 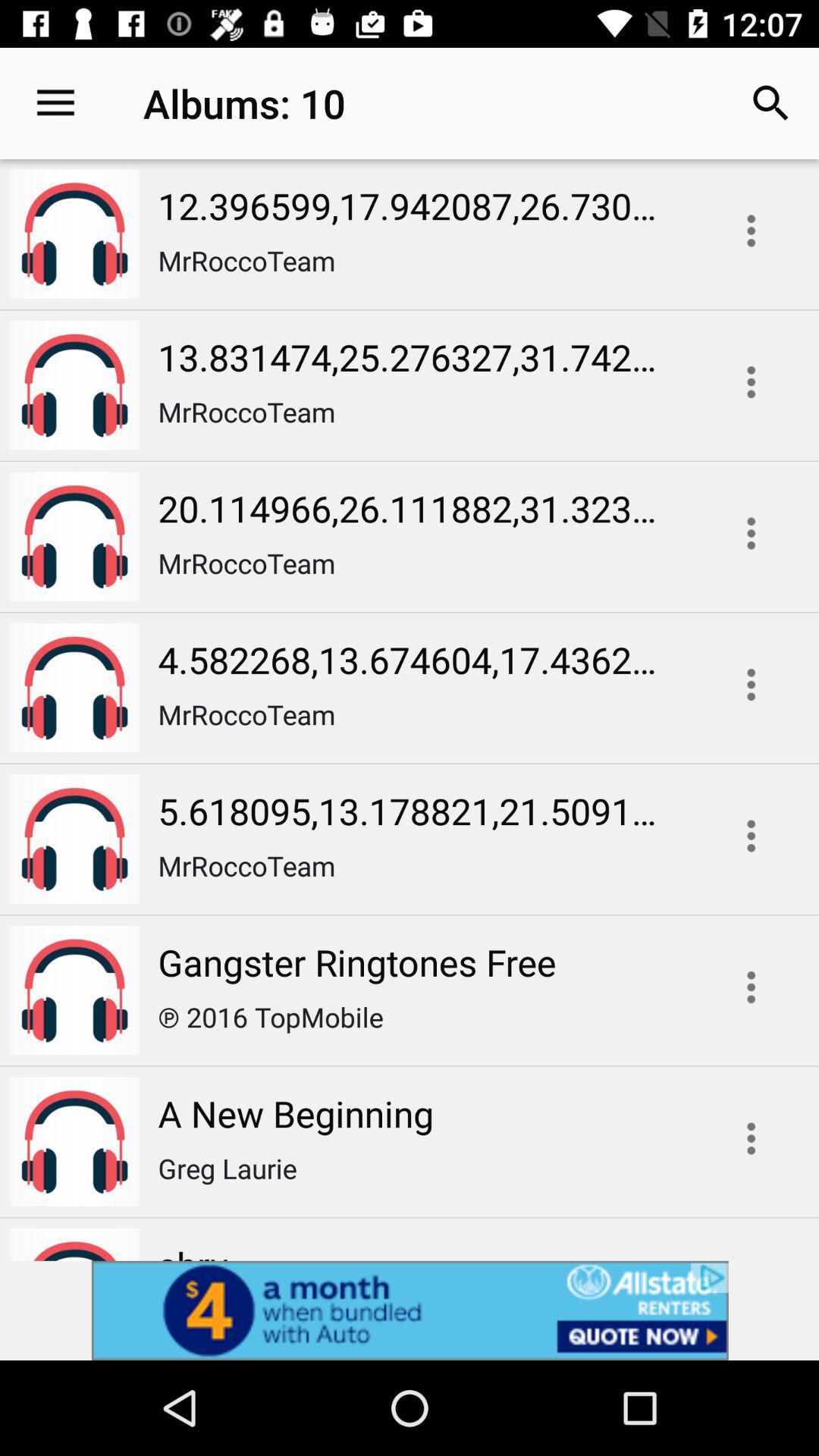 I want to click on more option, so click(x=751, y=835).